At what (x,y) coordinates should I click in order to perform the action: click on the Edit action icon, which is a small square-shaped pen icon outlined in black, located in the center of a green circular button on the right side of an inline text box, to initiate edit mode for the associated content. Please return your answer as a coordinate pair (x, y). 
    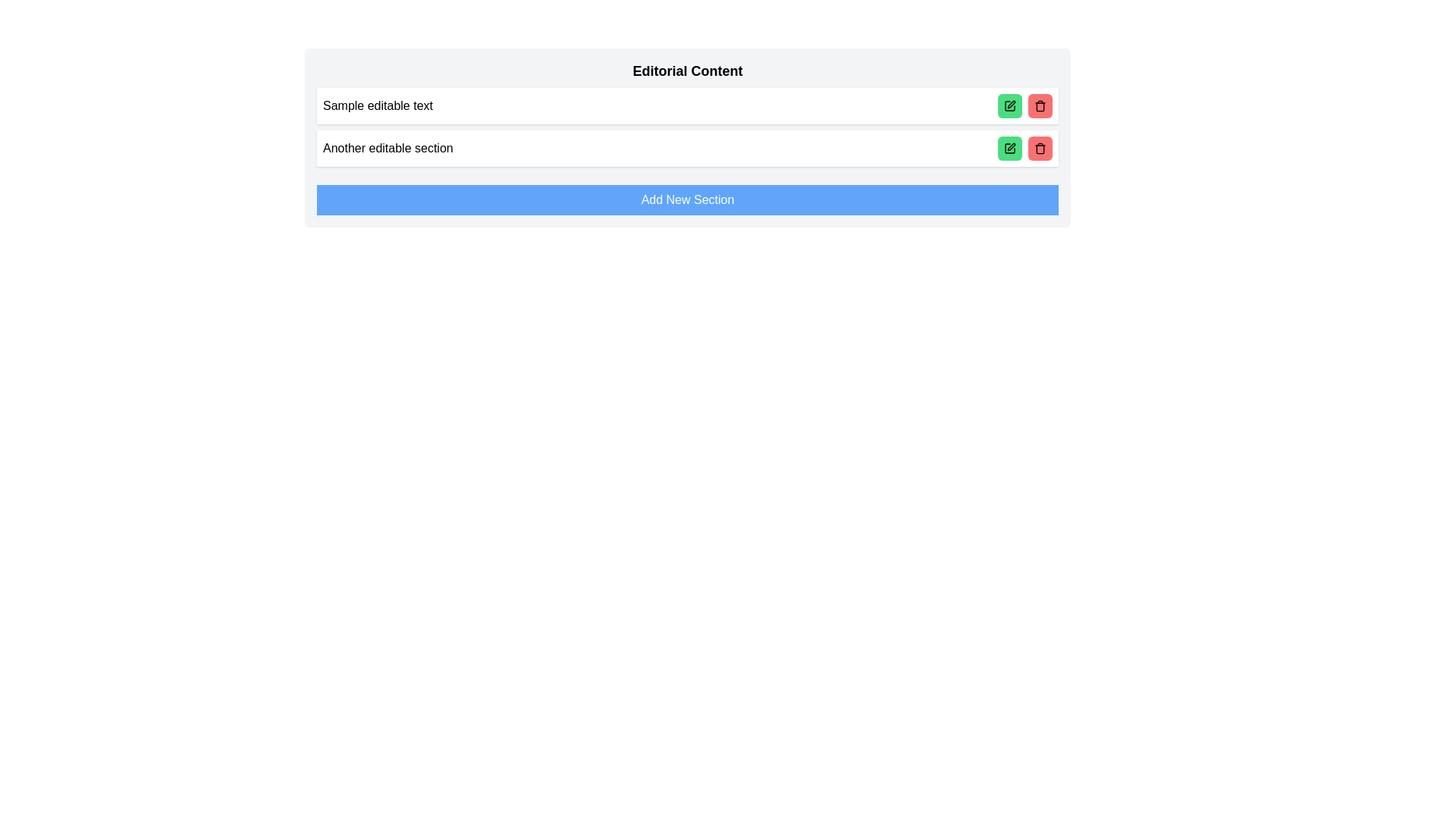
    Looking at the image, I should click on (1009, 105).